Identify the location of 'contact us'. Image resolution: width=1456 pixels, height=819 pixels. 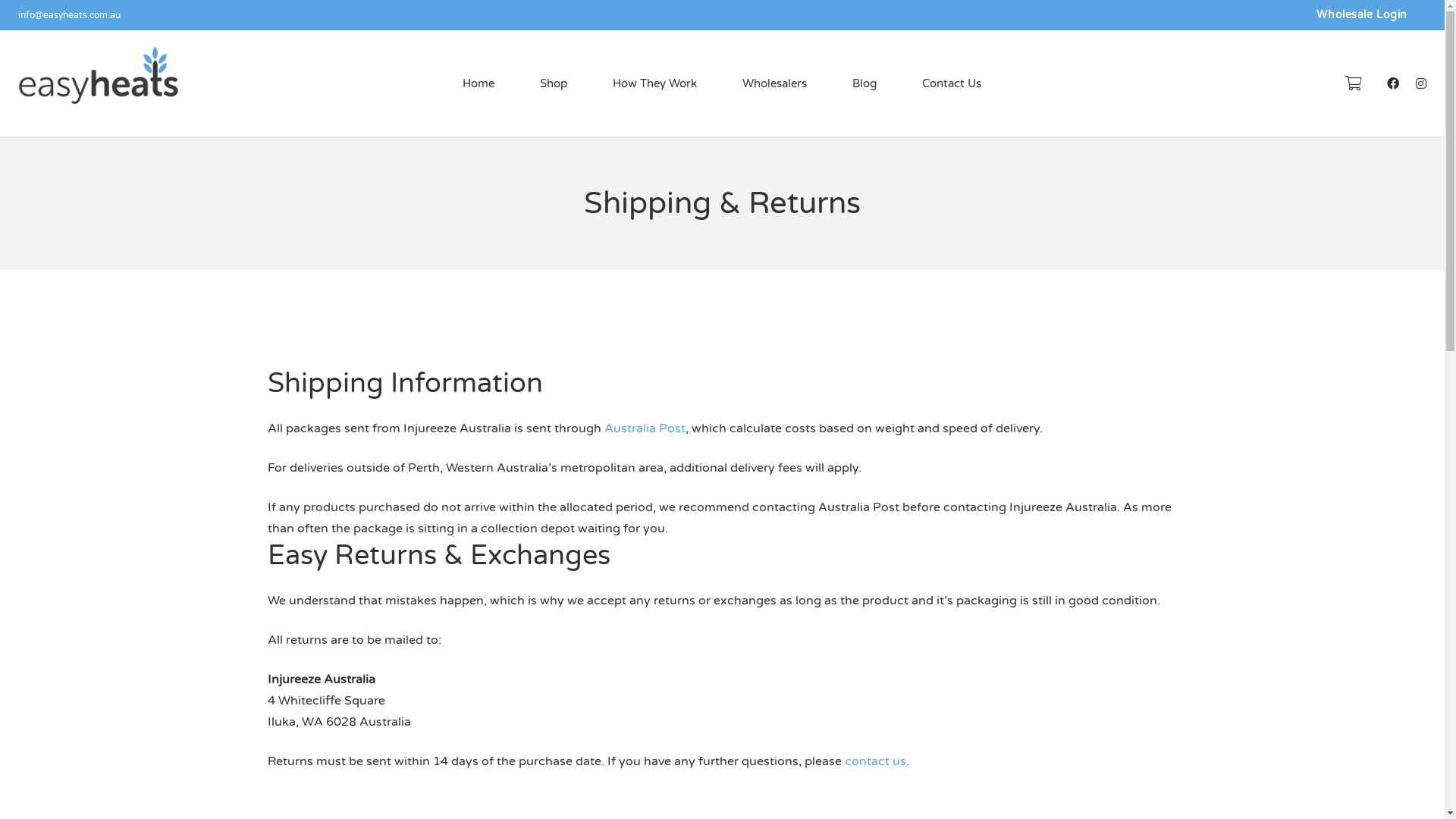
(875, 761).